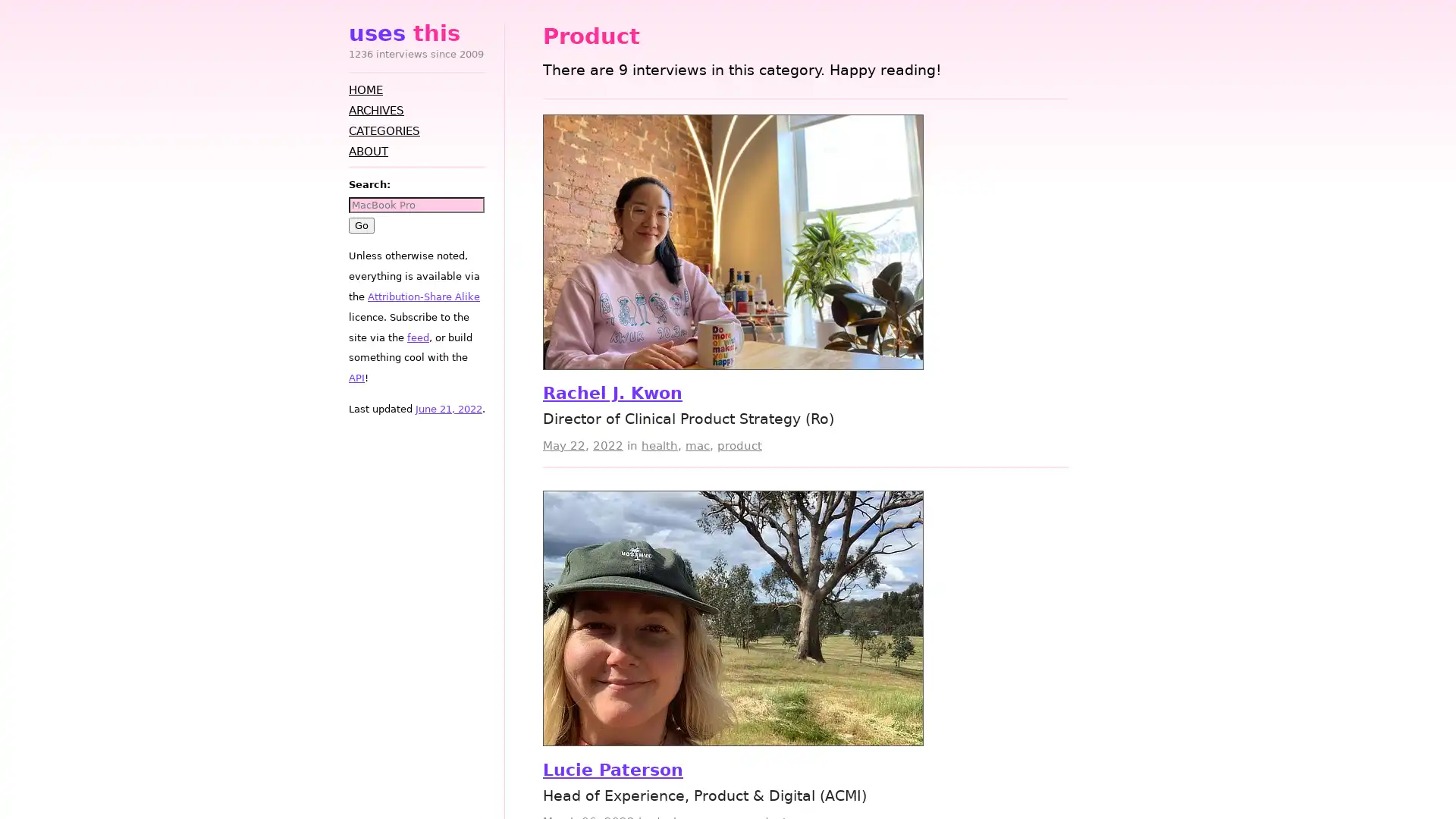  I want to click on Go, so click(360, 224).